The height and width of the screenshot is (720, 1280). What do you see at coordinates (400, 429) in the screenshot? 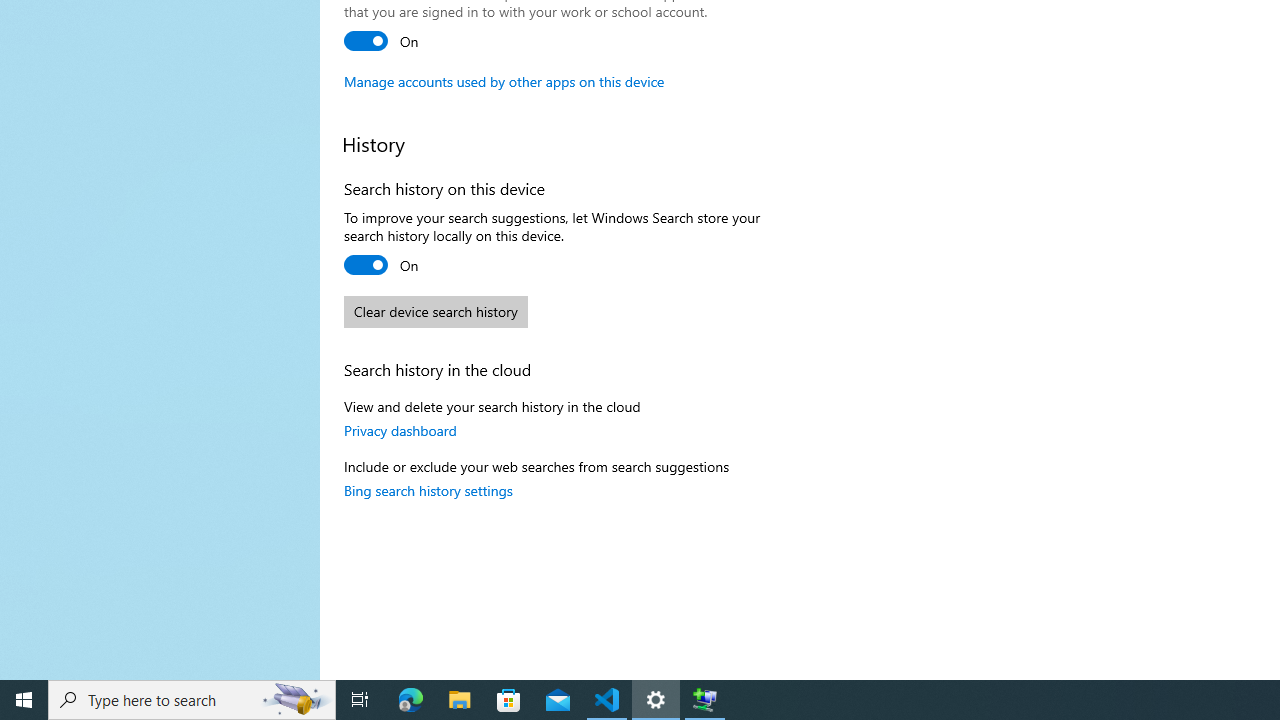
I see `'Privacy dashboard'` at bounding box center [400, 429].